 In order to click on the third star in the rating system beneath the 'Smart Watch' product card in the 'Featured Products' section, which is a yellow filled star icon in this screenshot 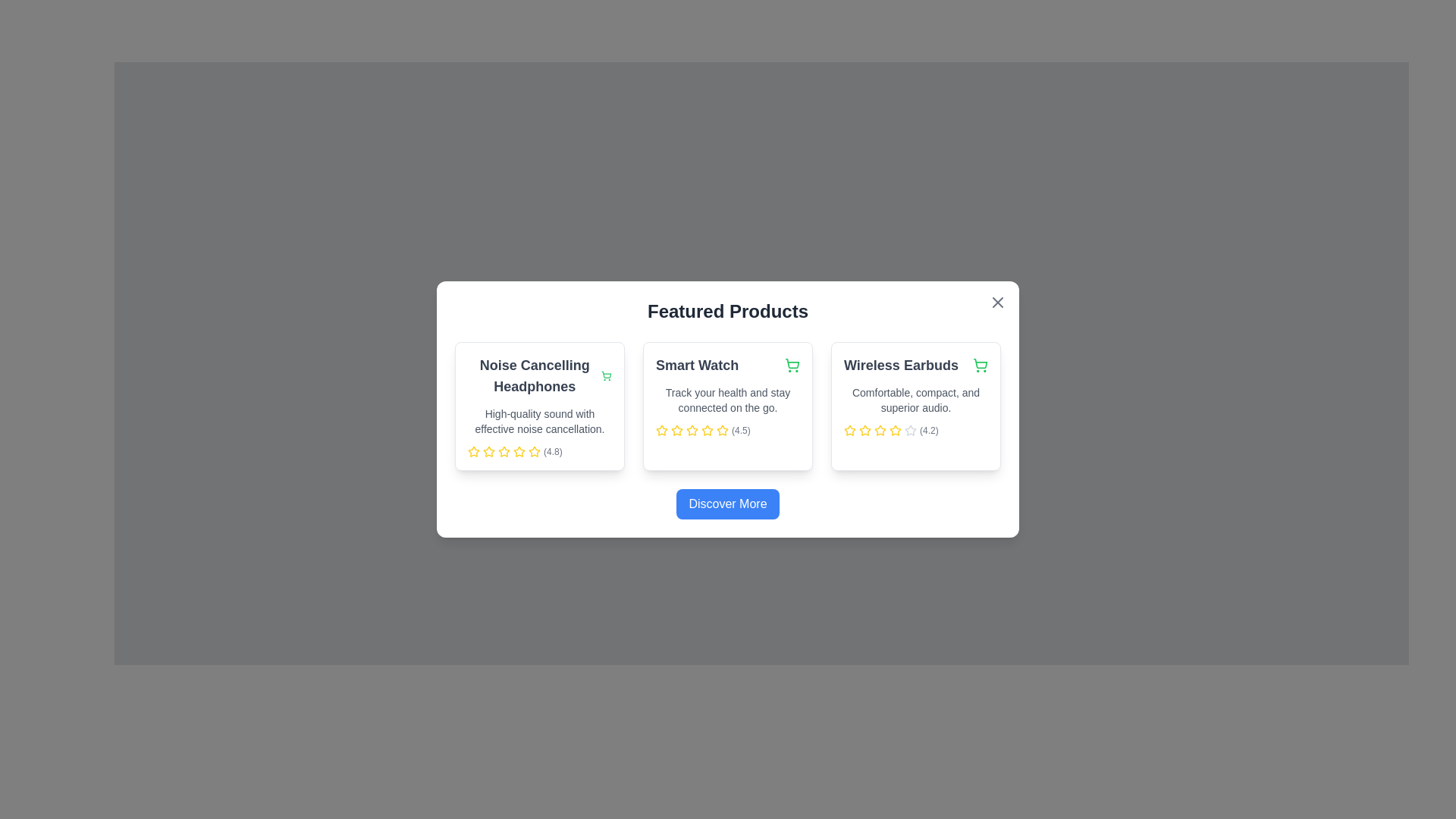, I will do `click(706, 430)`.